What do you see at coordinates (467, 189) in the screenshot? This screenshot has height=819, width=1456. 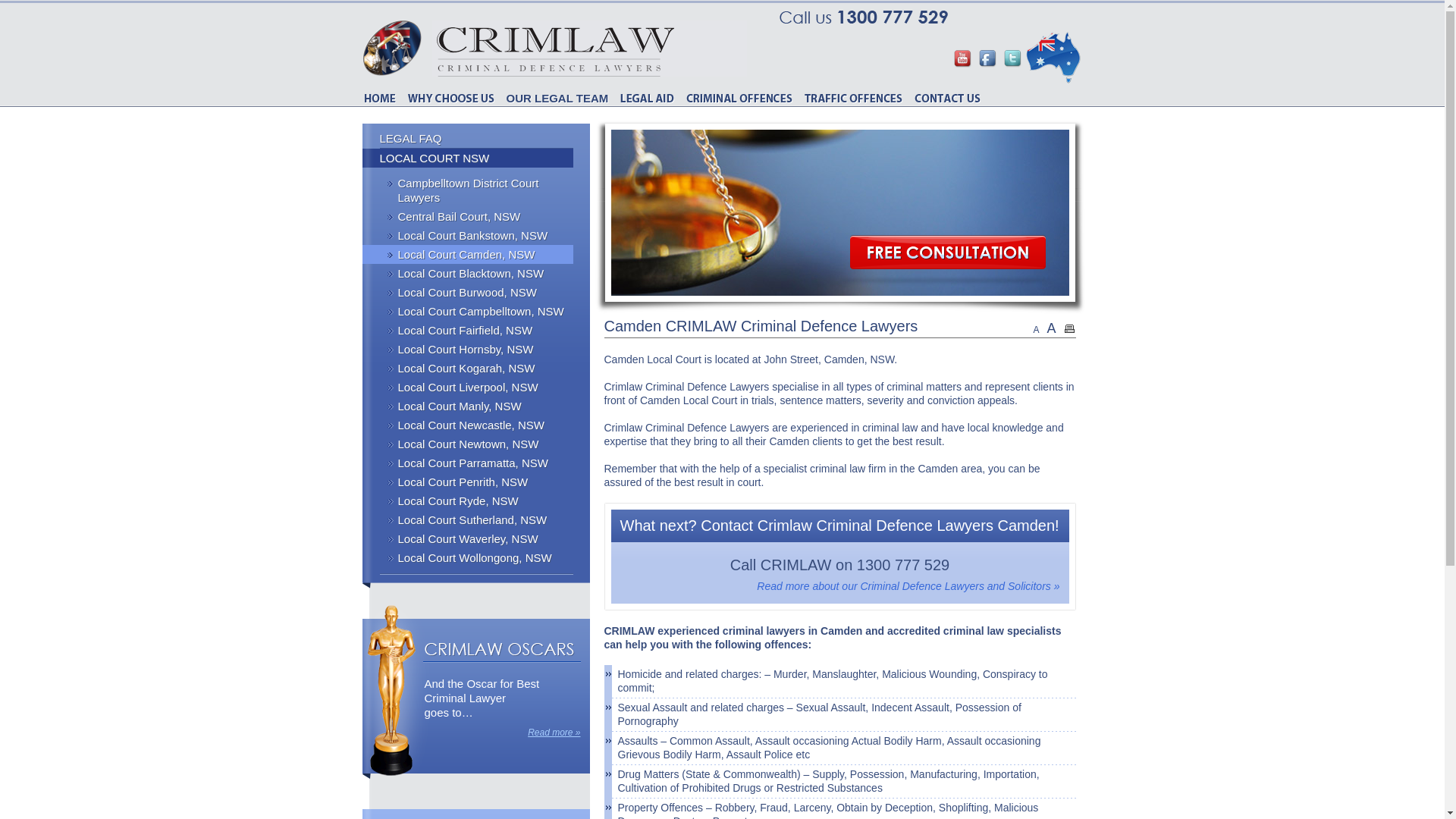 I see `'Campbelltown District Court Lawyers'` at bounding box center [467, 189].